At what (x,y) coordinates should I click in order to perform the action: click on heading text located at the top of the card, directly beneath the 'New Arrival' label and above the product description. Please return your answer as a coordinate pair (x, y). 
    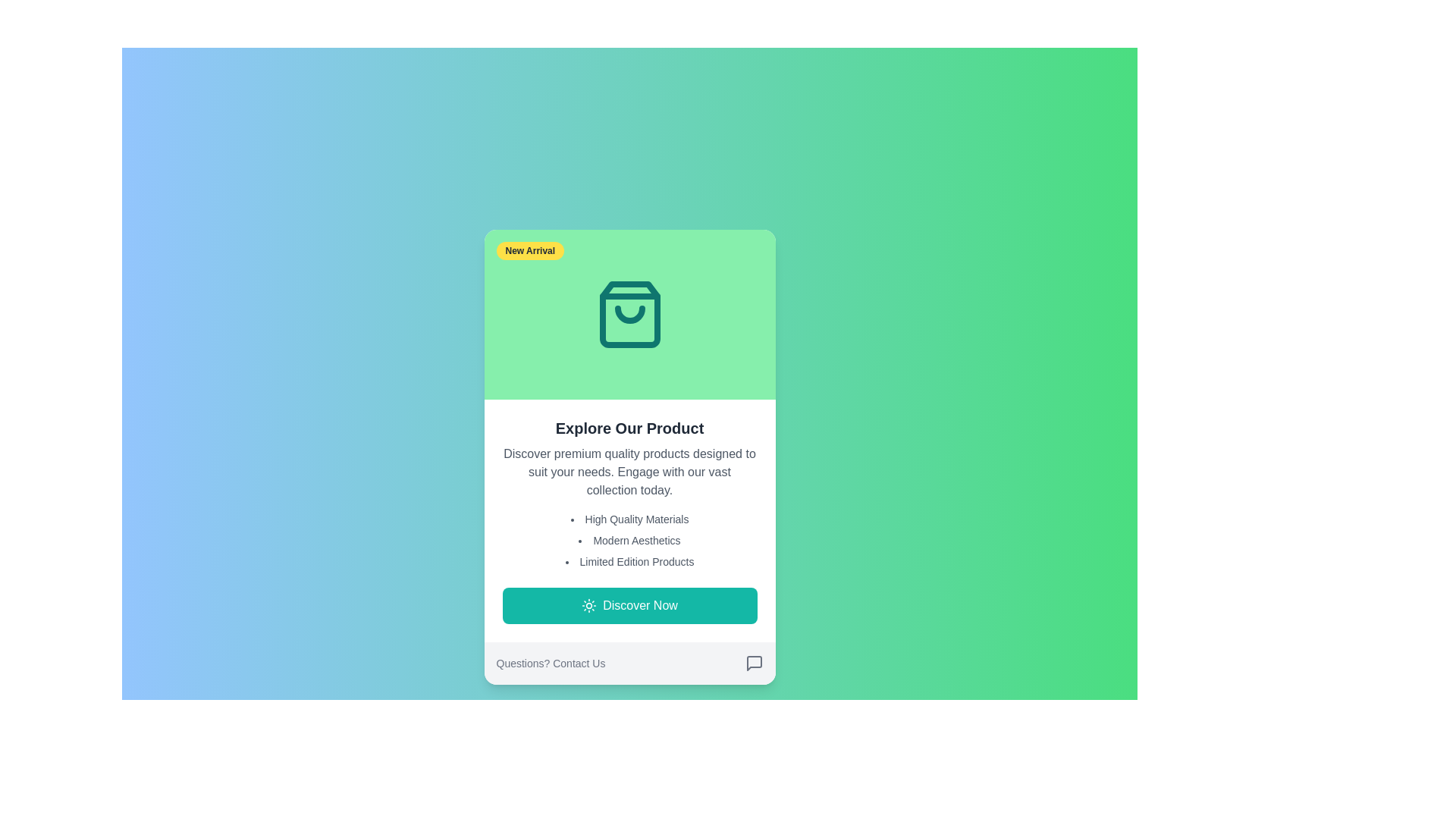
    Looking at the image, I should click on (629, 428).